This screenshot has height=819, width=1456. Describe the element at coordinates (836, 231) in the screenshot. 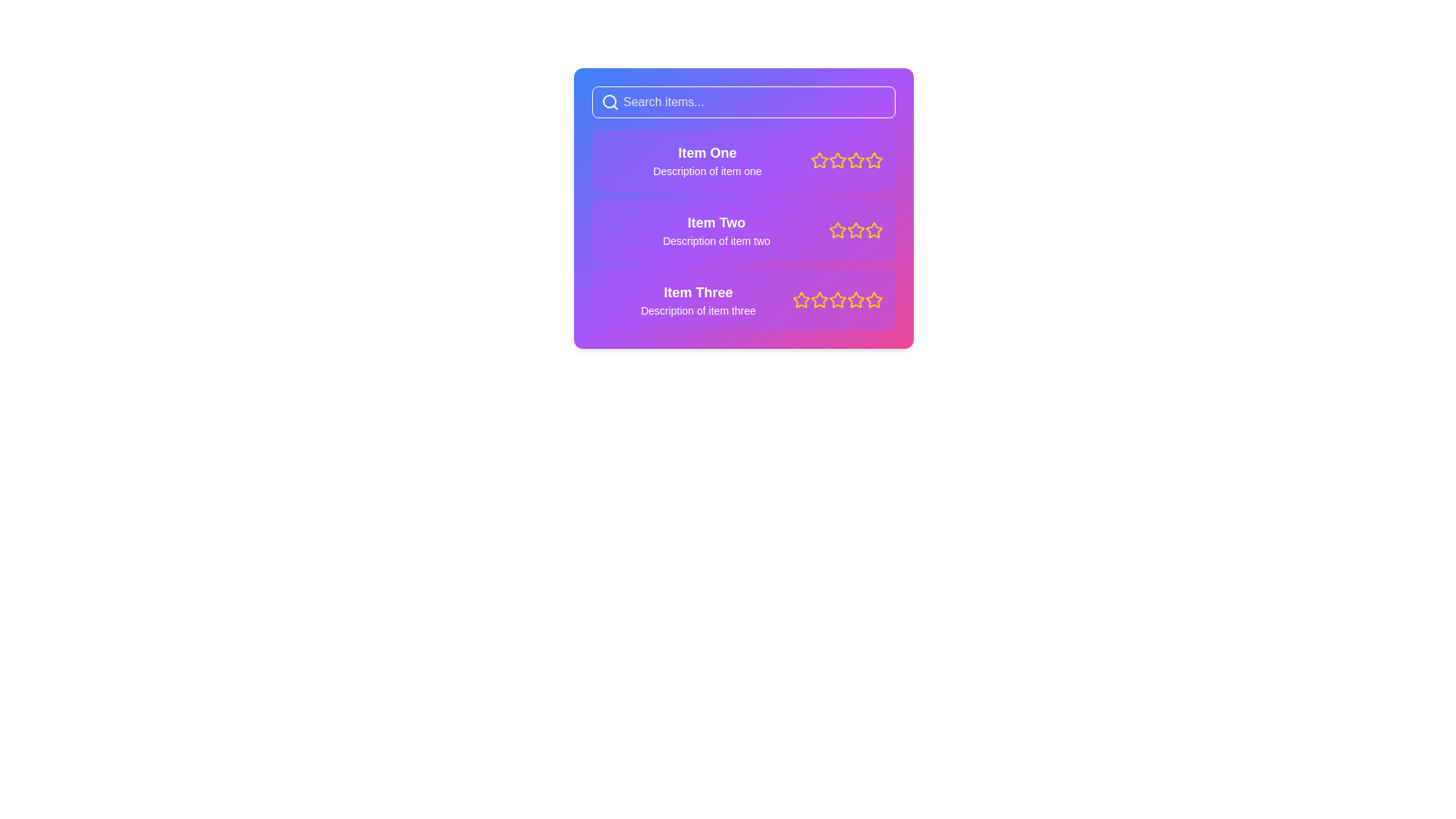

I see `the second star in the interactive star rating component to set the rating for 'Item Two'` at that location.